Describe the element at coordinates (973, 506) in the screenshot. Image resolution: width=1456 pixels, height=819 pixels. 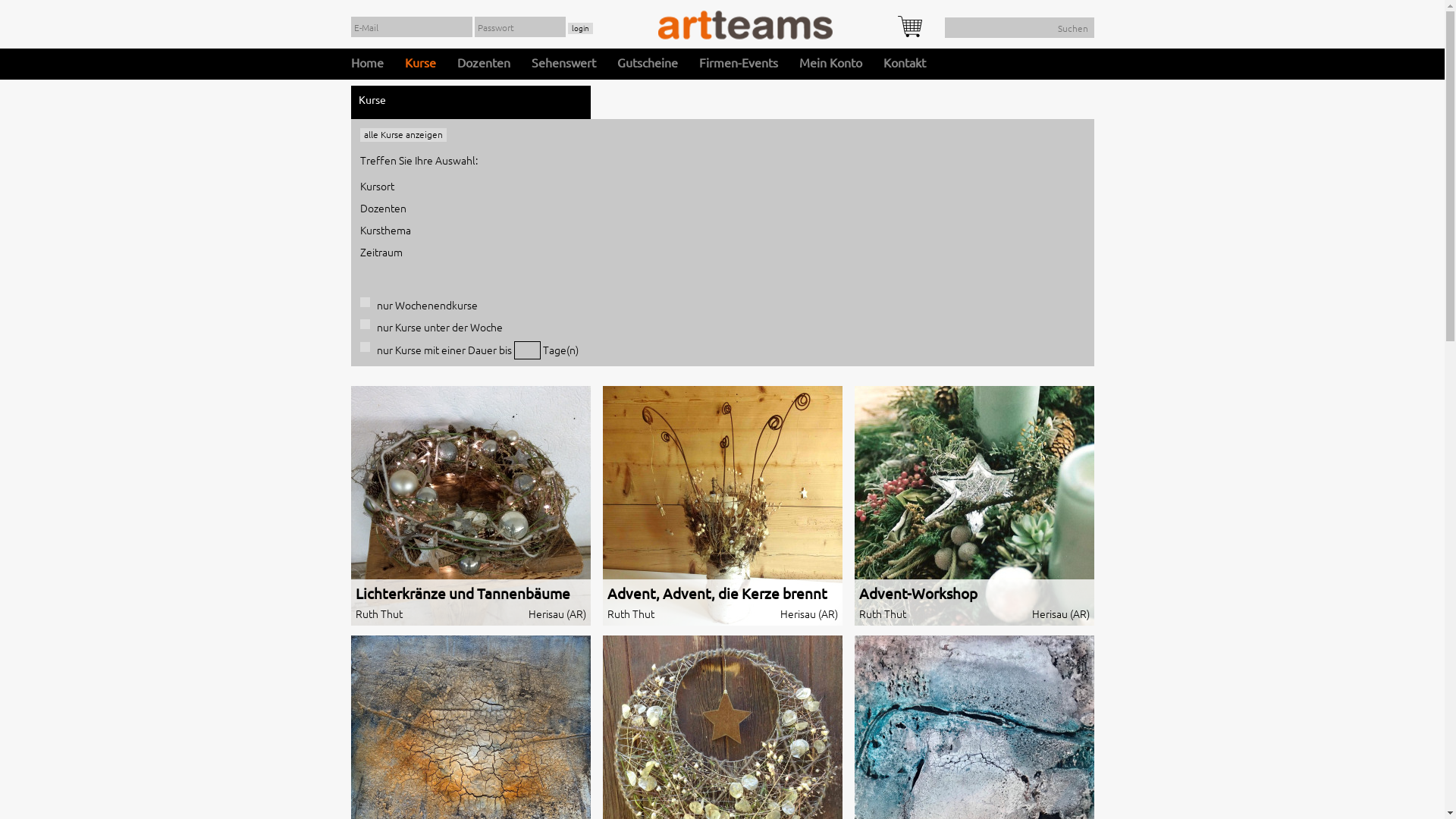
I see `'Advent-Workshop` at that location.